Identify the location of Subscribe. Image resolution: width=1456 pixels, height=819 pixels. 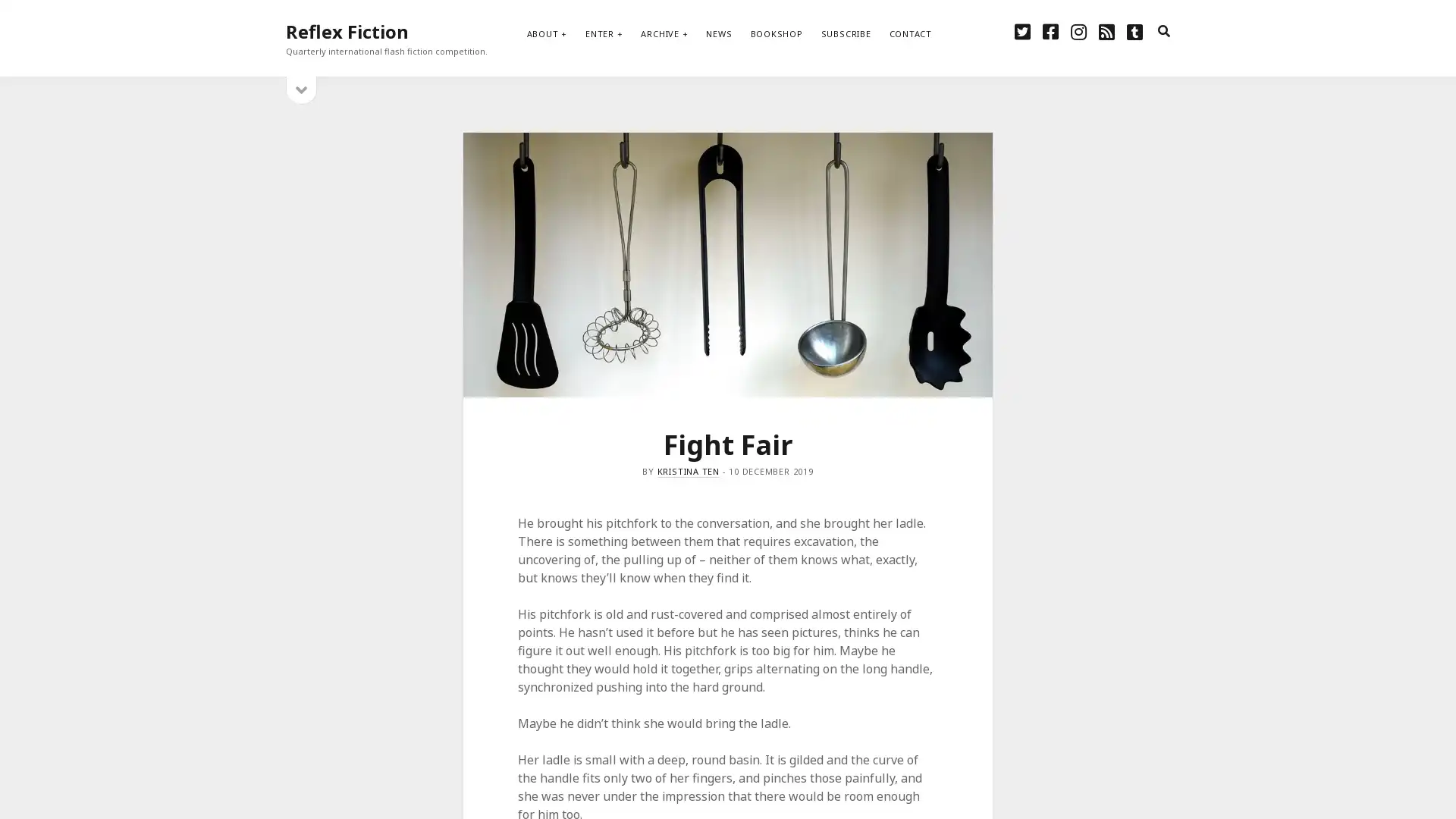
(915, 175).